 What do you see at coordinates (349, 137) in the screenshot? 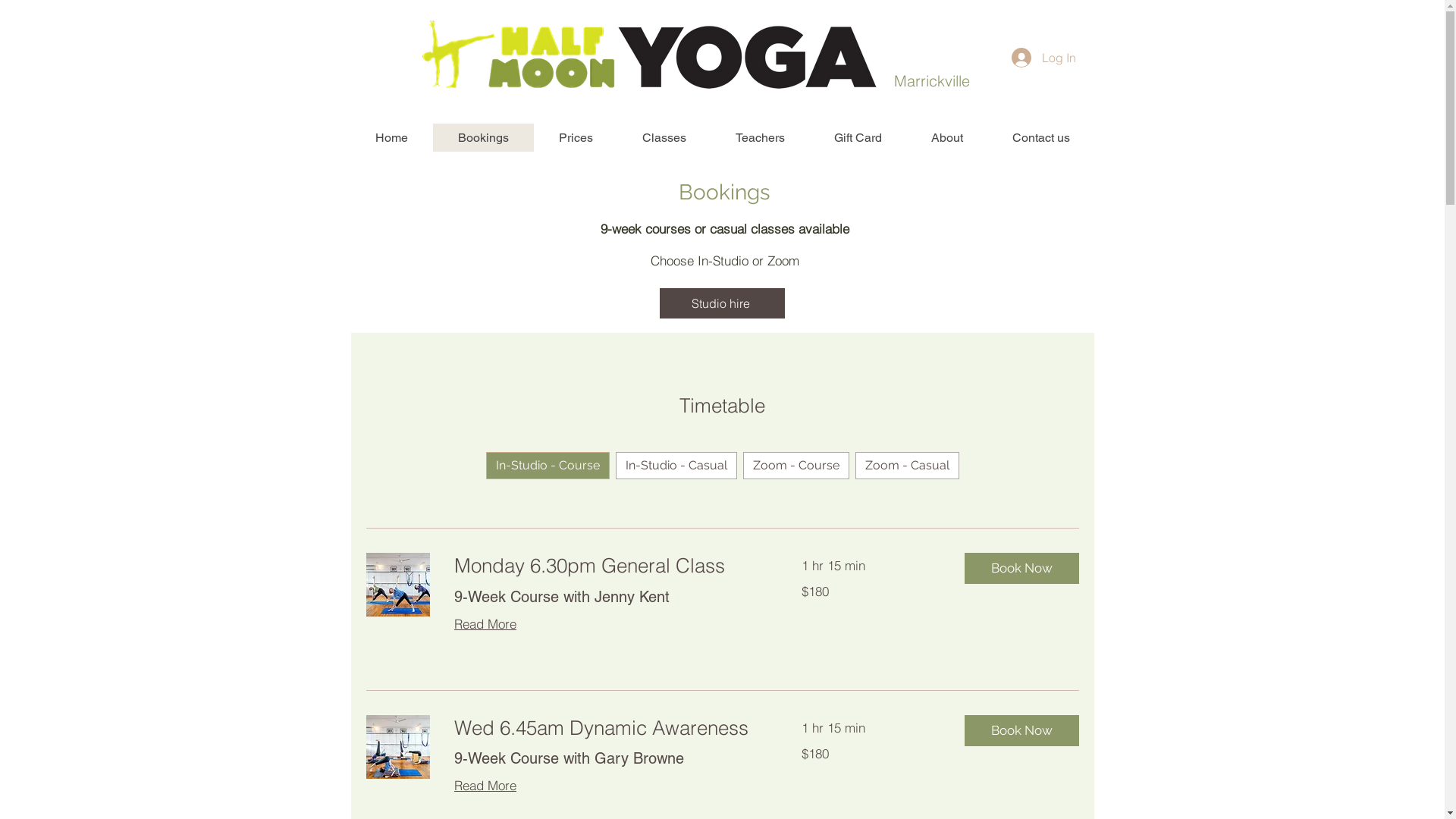
I see `'Home'` at bounding box center [349, 137].